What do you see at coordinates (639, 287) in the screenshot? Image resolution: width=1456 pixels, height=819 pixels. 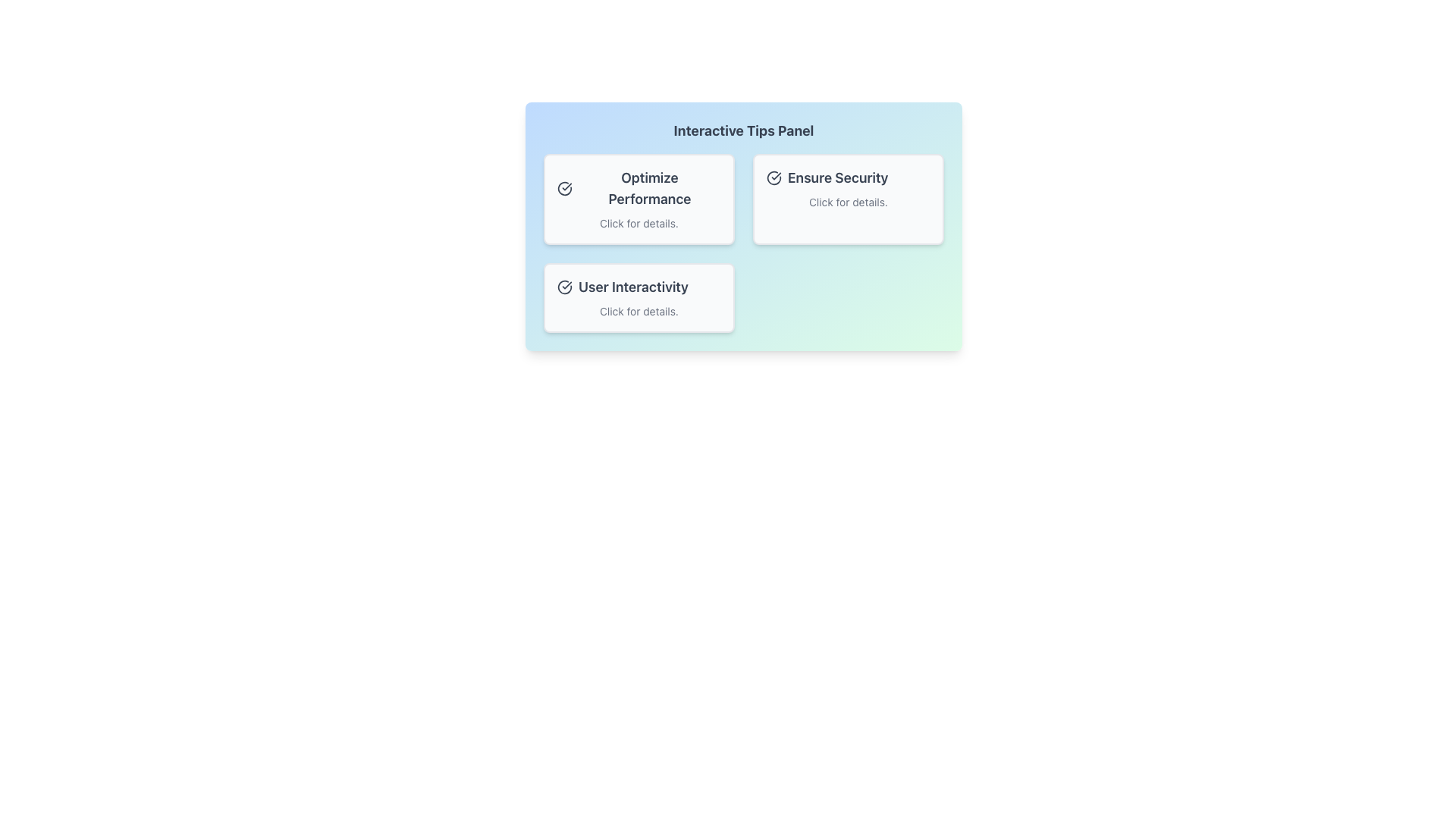 I see `the static text label 'User Interactivity' with a checkmark icon to its left, which is located in the bottom left box of the grid` at bounding box center [639, 287].